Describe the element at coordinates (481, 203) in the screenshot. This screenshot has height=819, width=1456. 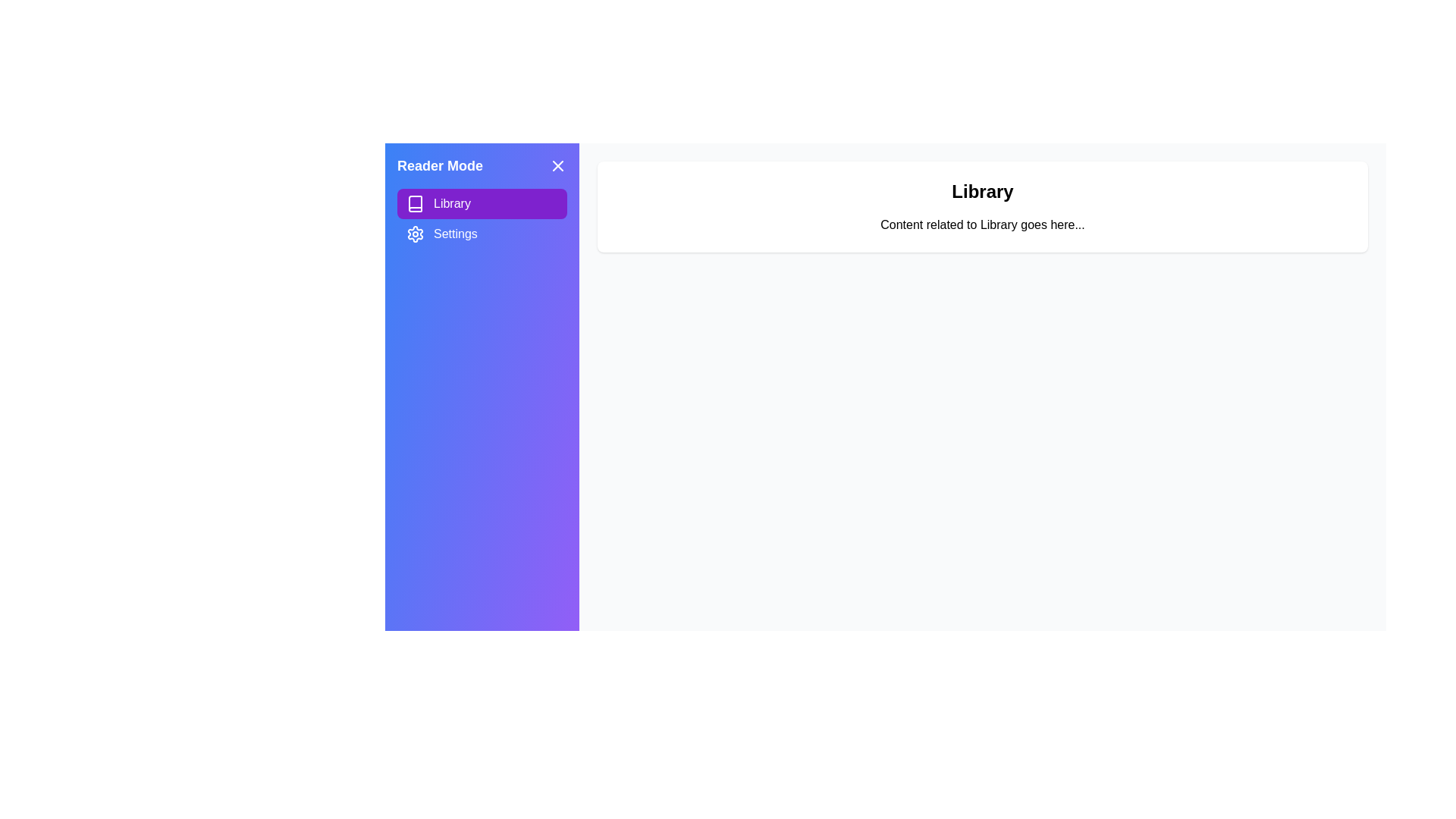
I see `the section Library from the drawer menu` at that location.